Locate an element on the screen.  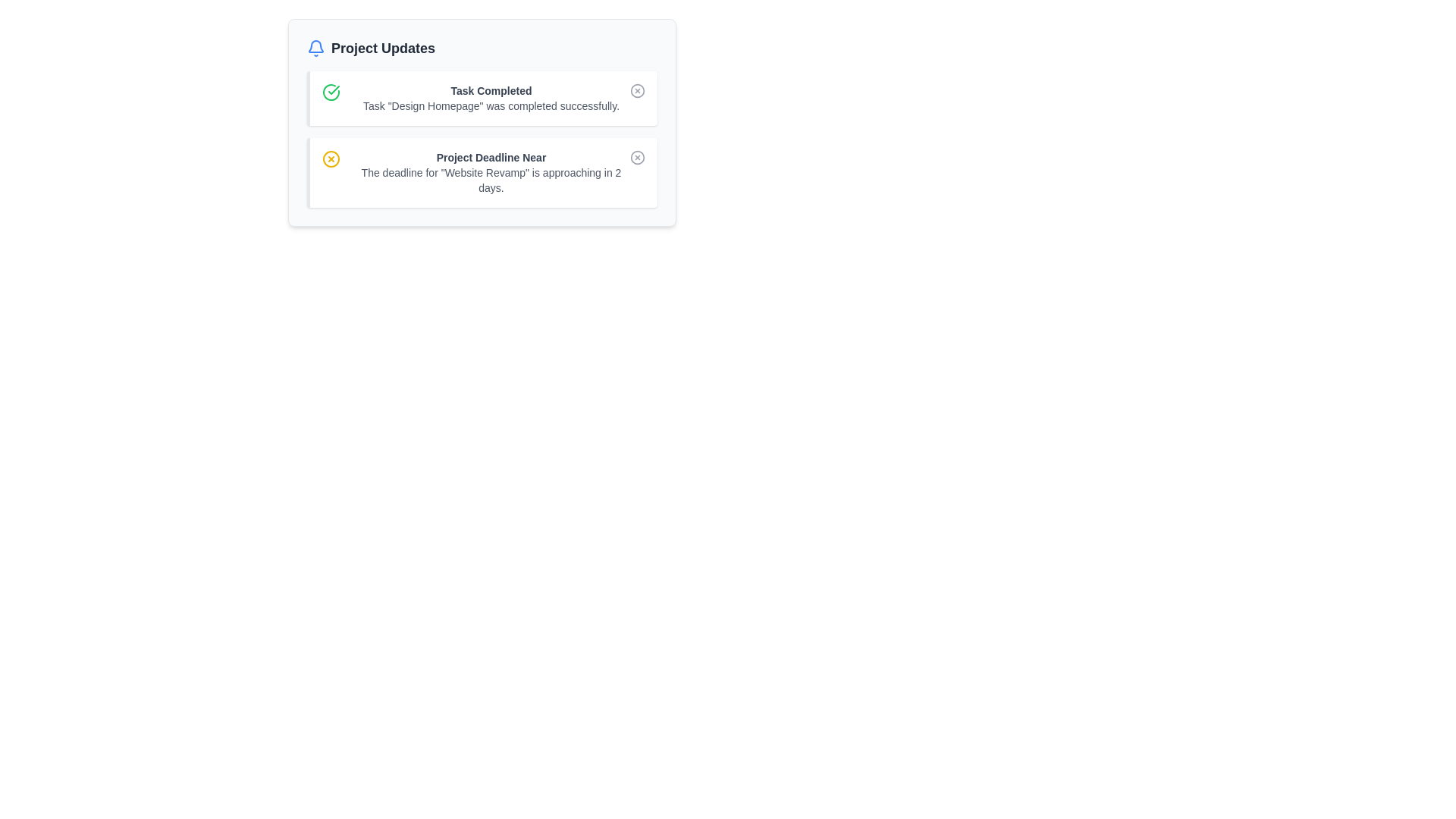
the circular check mark icon with a green stroke, indicating a completed status, located in the 'Project Updates' section under the first notification titled 'Task Completed' is located at coordinates (330, 93).